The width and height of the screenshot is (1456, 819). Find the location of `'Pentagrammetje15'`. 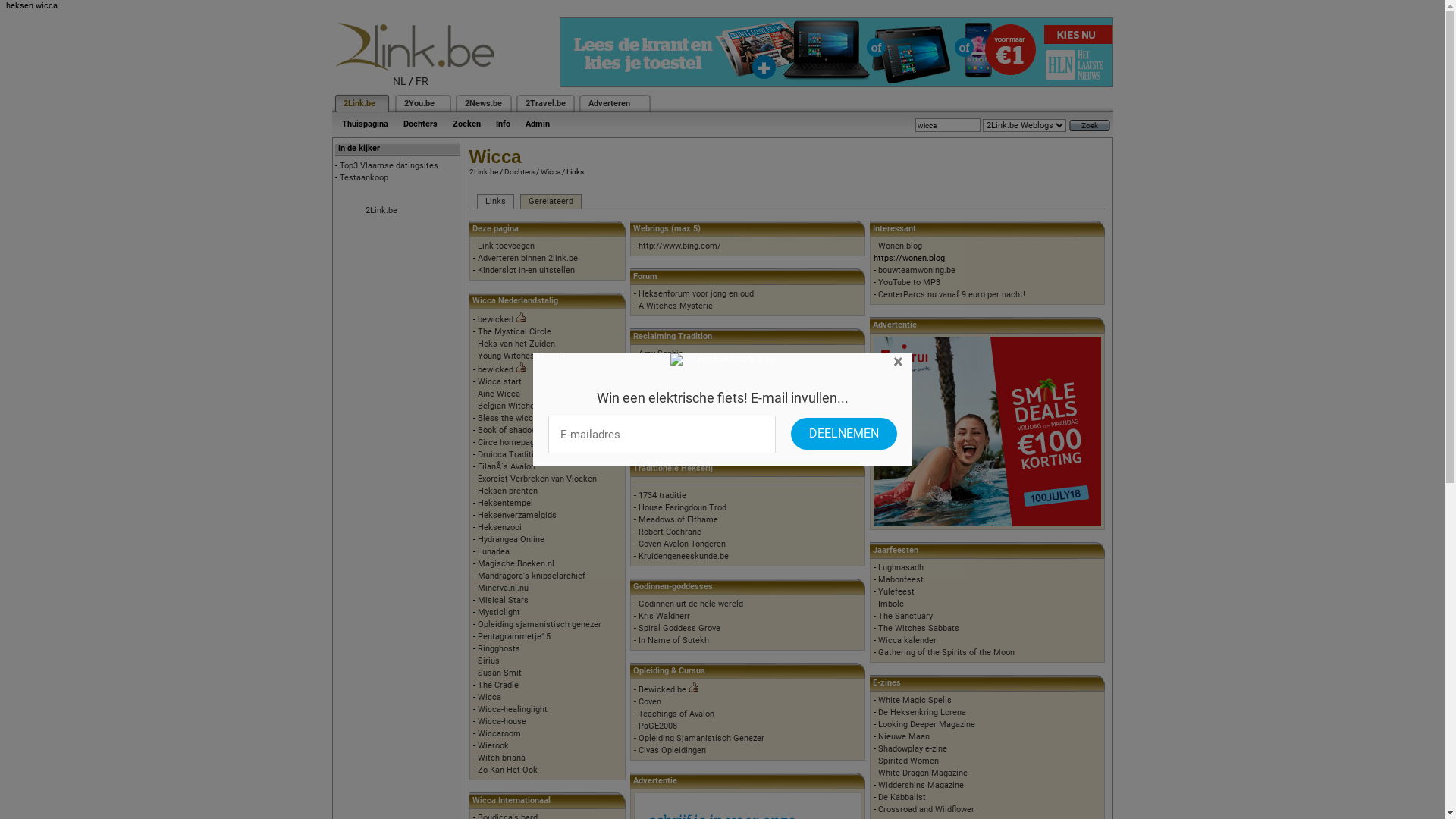

'Pentagrammetje15' is located at coordinates (513, 636).